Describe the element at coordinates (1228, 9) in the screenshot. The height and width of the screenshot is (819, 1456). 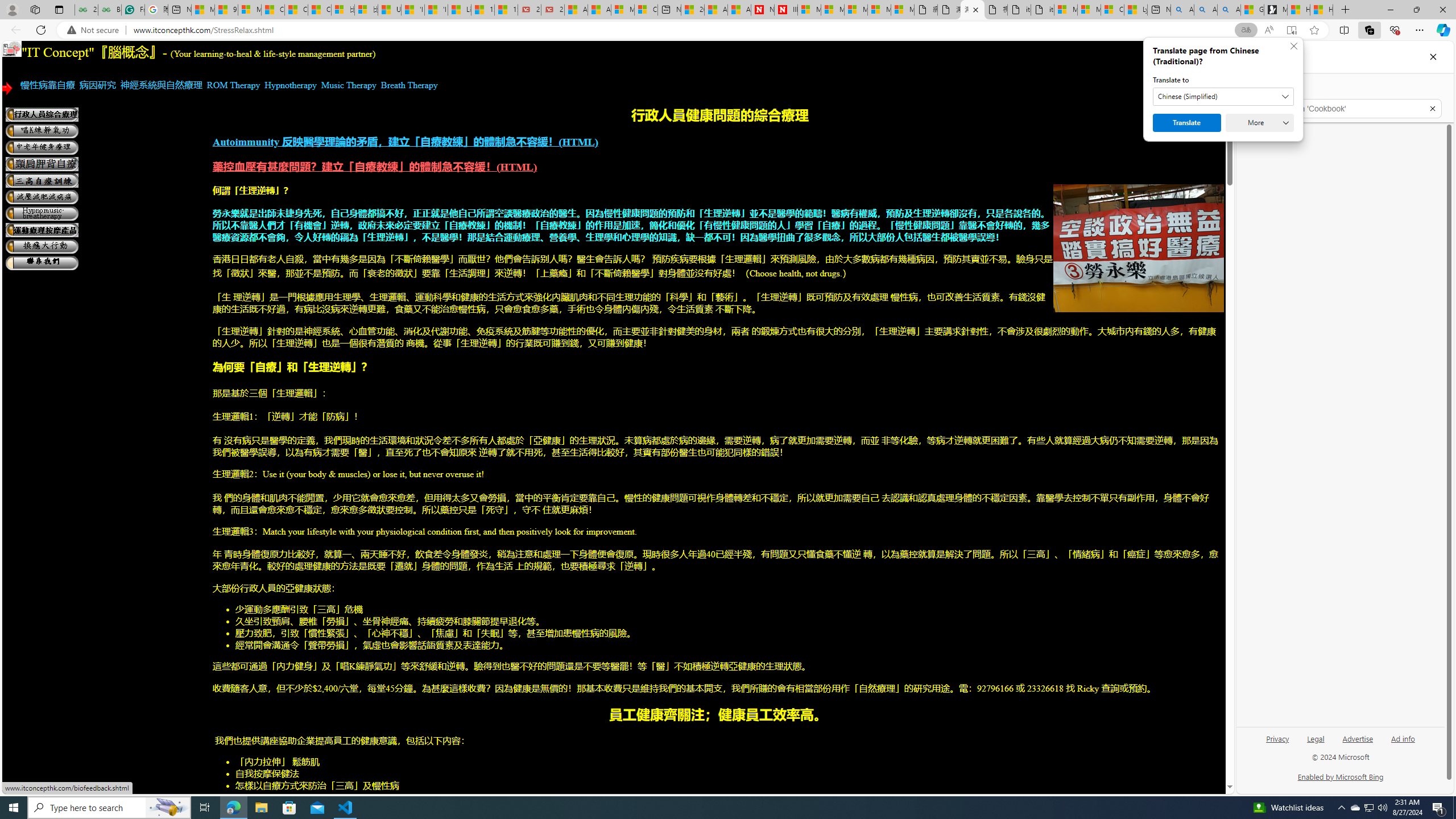
I see `'Alabama high school quarterback dies - Search Videos'` at that location.